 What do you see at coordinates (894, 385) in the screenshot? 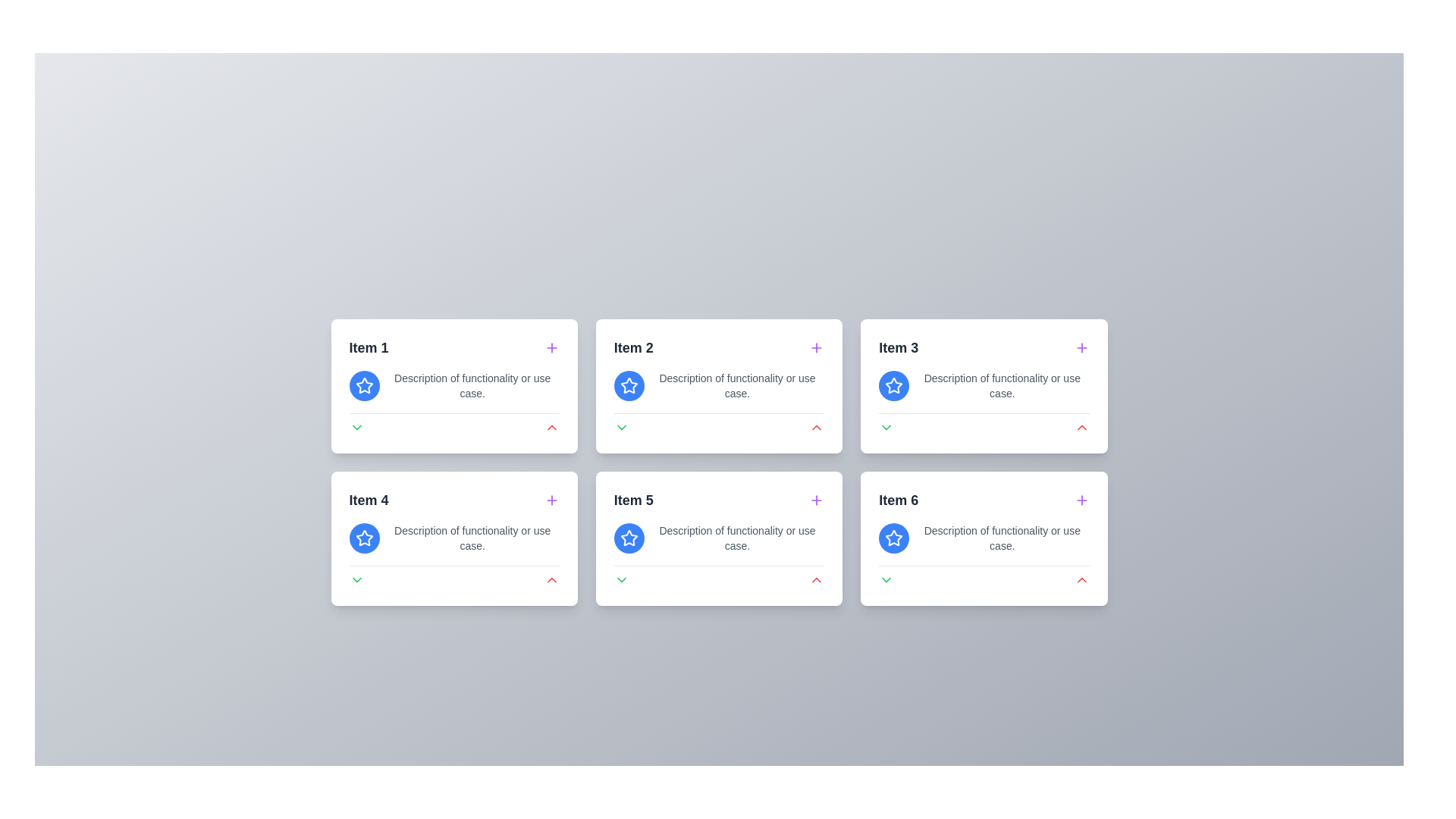
I see `the star-shaped icon with a blue outline and white fill, located in the top row, third card from the left, to the left of the text labeled 'Item 3'` at bounding box center [894, 385].